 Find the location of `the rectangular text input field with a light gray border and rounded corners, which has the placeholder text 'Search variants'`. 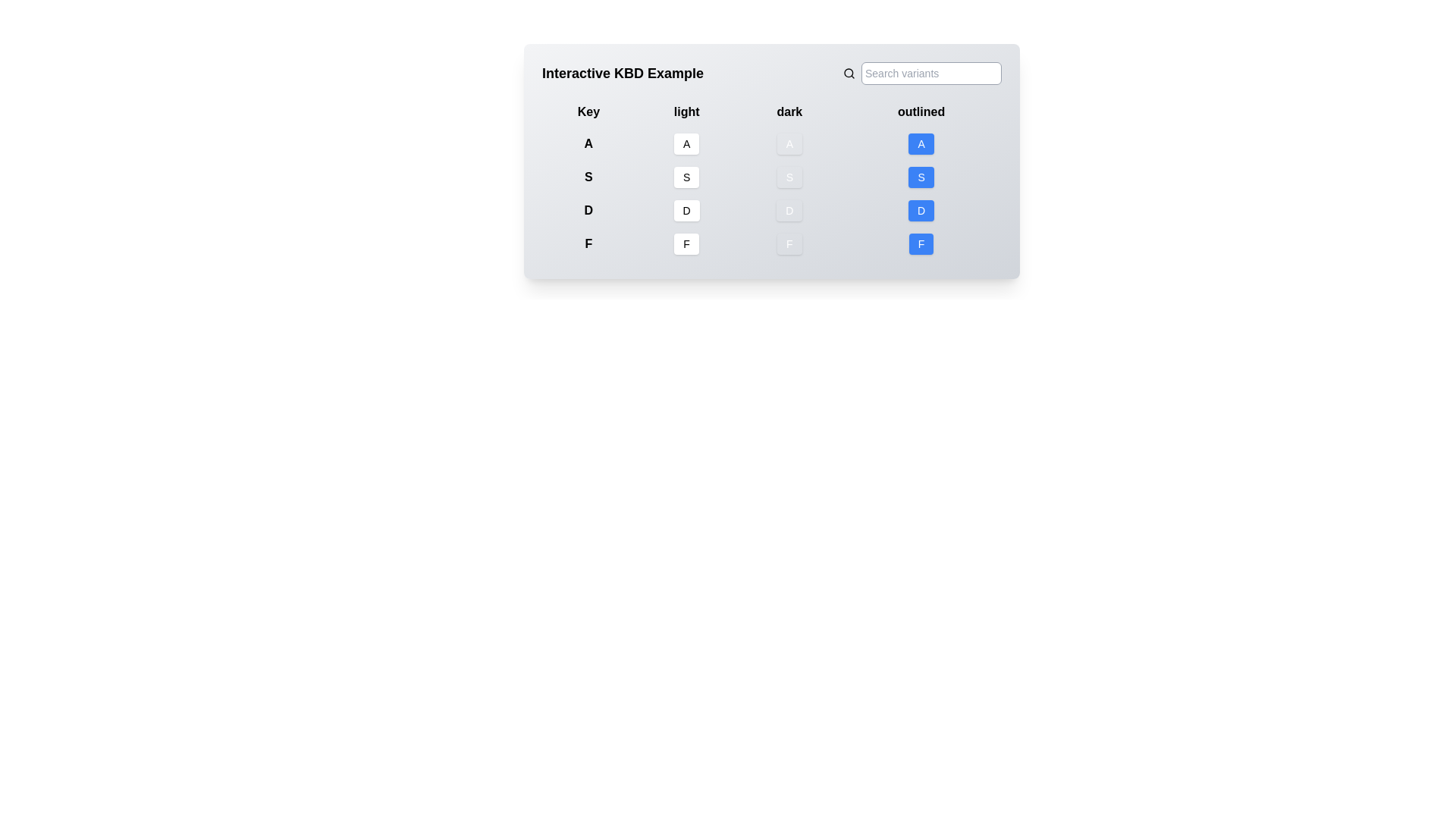

the rectangular text input field with a light gray border and rounded corners, which has the placeholder text 'Search variants' is located at coordinates (930, 73).